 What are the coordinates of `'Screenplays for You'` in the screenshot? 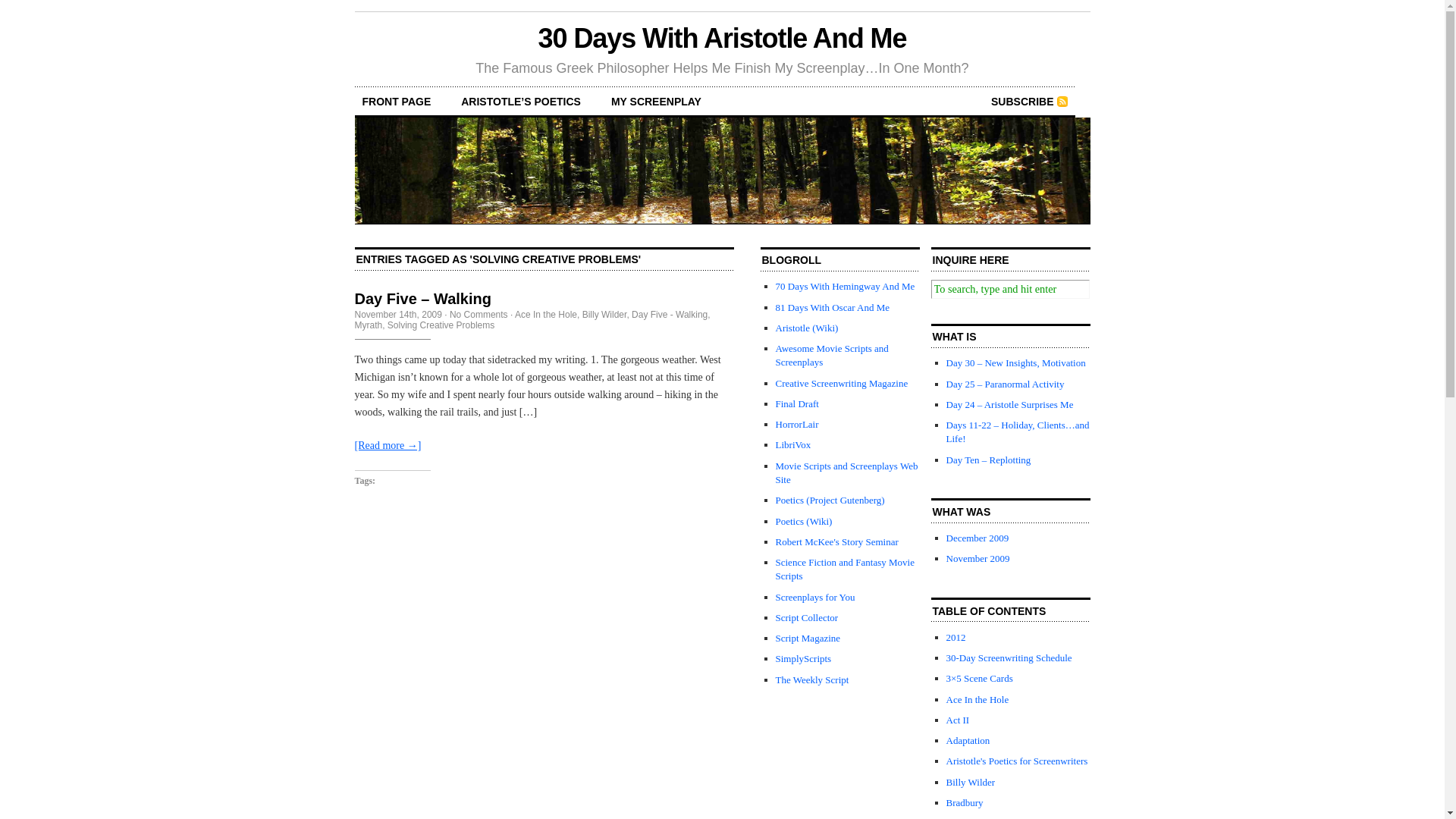 It's located at (814, 596).